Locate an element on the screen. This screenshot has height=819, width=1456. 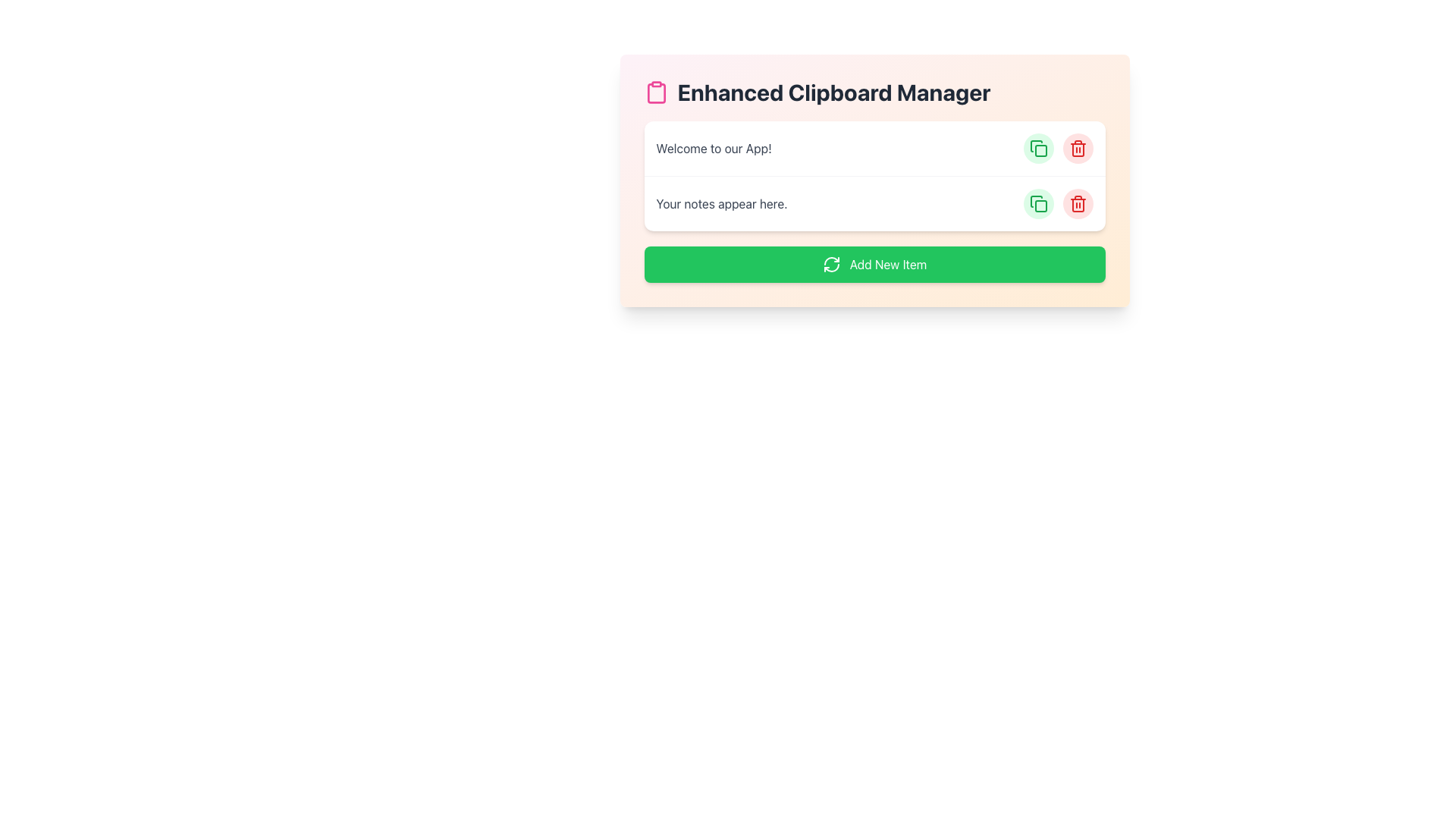
the green copy icon located on the right side of the content row above the 'Add New Item' button to copy is located at coordinates (1037, 149).